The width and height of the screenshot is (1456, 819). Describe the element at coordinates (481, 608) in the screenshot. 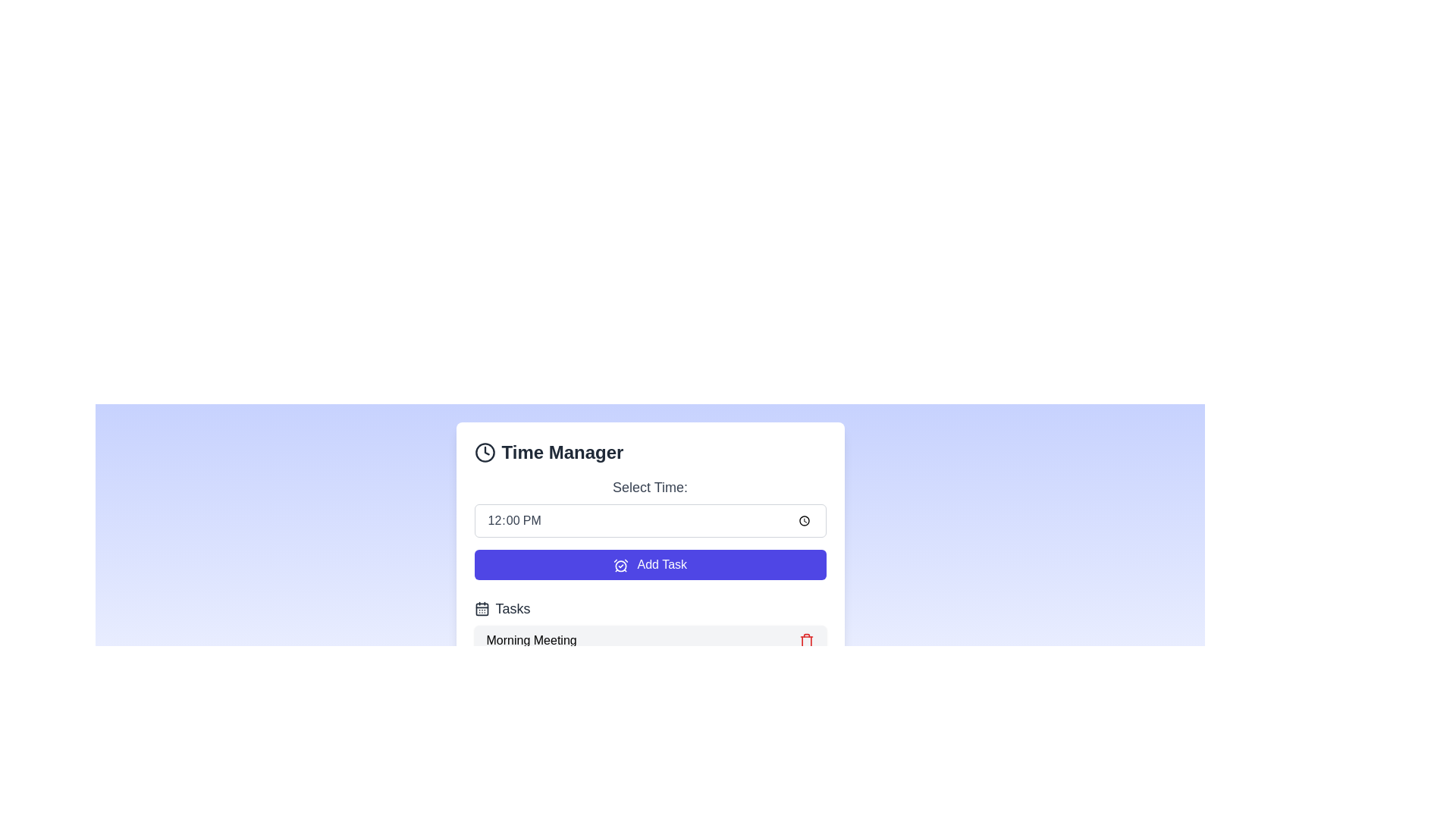

I see `the calendar icon background component, which serves as the main base for the calendar icon adjacent to the 'Tasks' label` at that location.